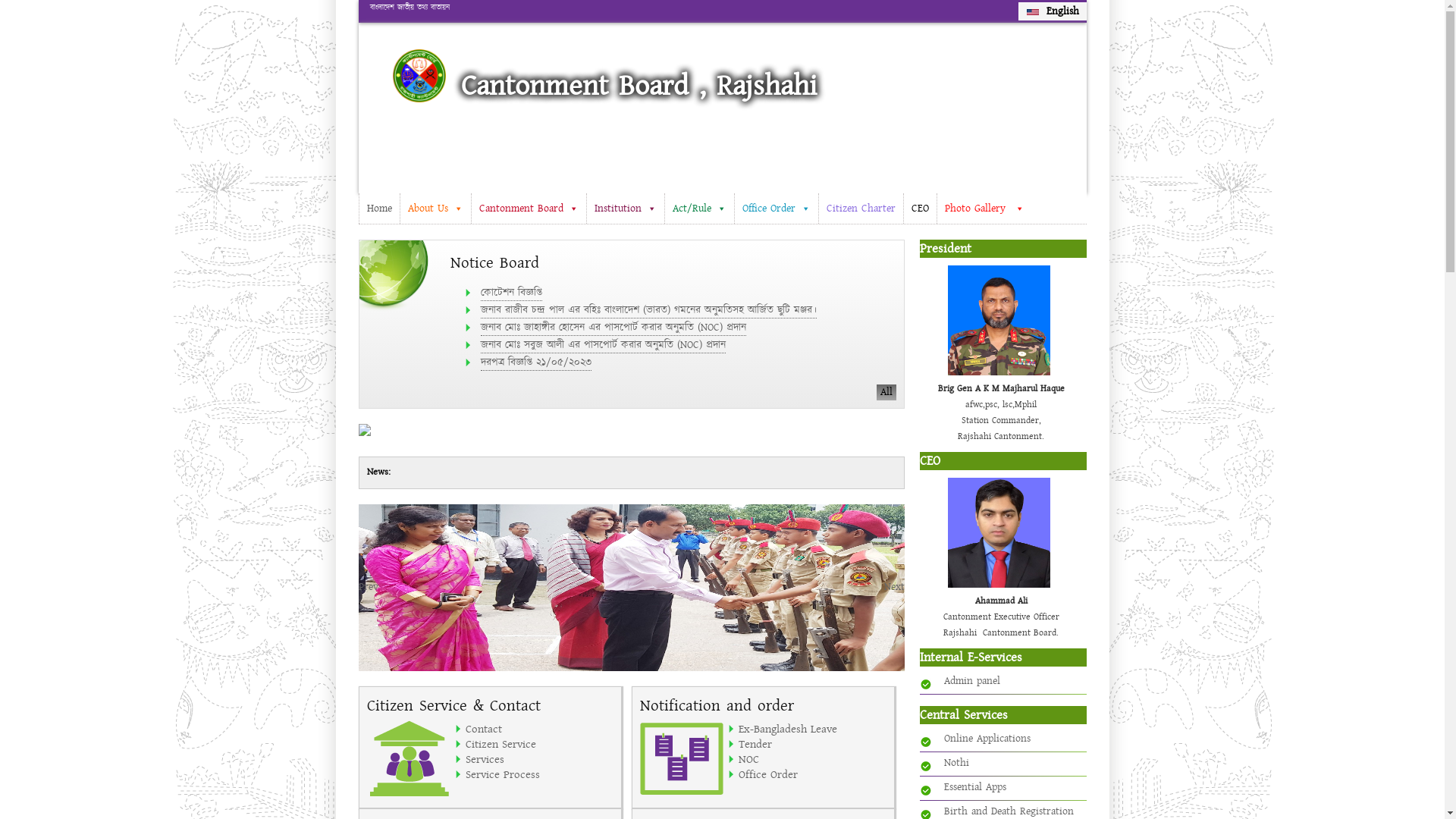  What do you see at coordinates (955, 763) in the screenshot?
I see `'Nothi'` at bounding box center [955, 763].